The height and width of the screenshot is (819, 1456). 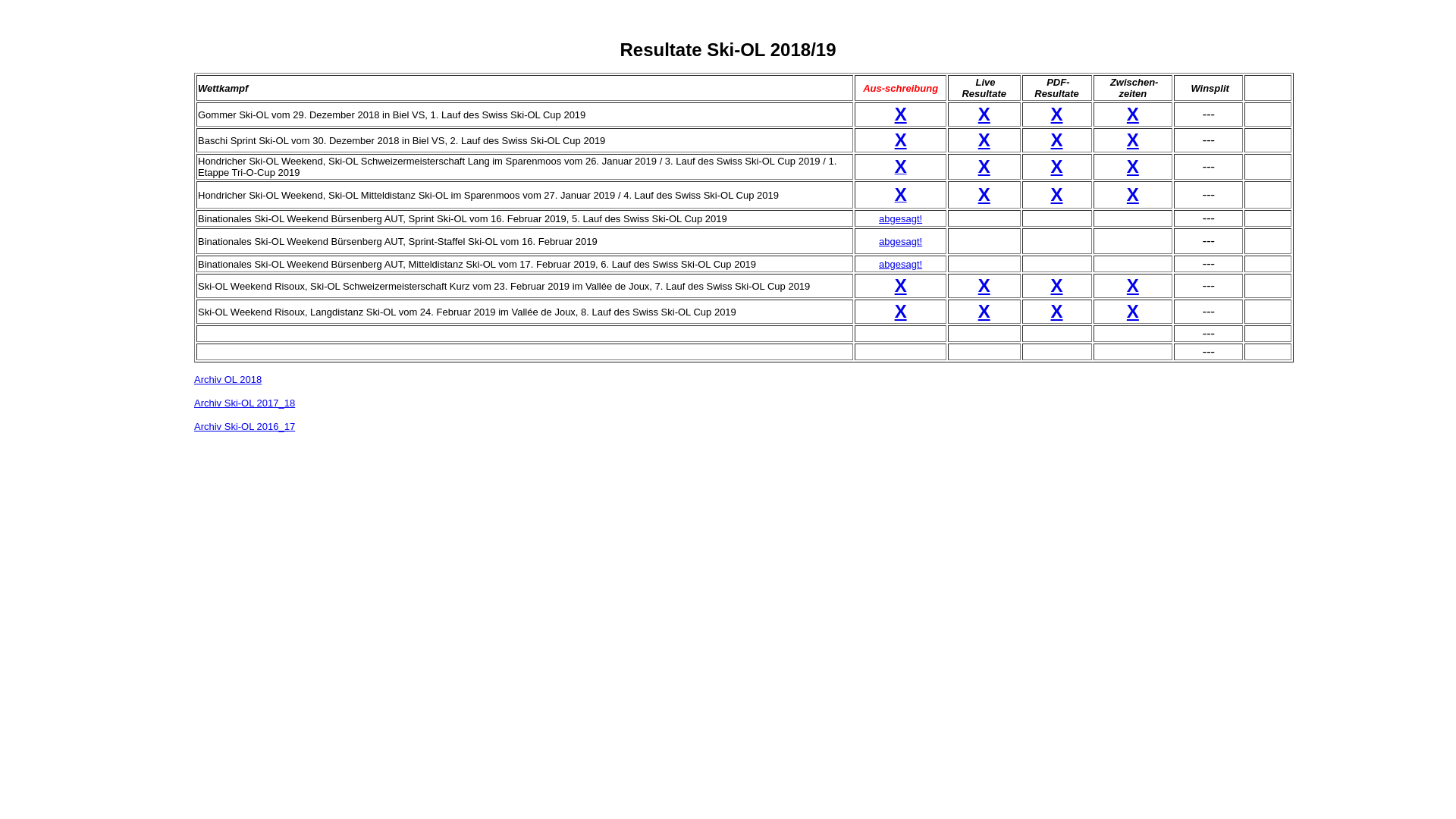 What do you see at coordinates (1132, 140) in the screenshot?
I see `'X'` at bounding box center [1132, 140].